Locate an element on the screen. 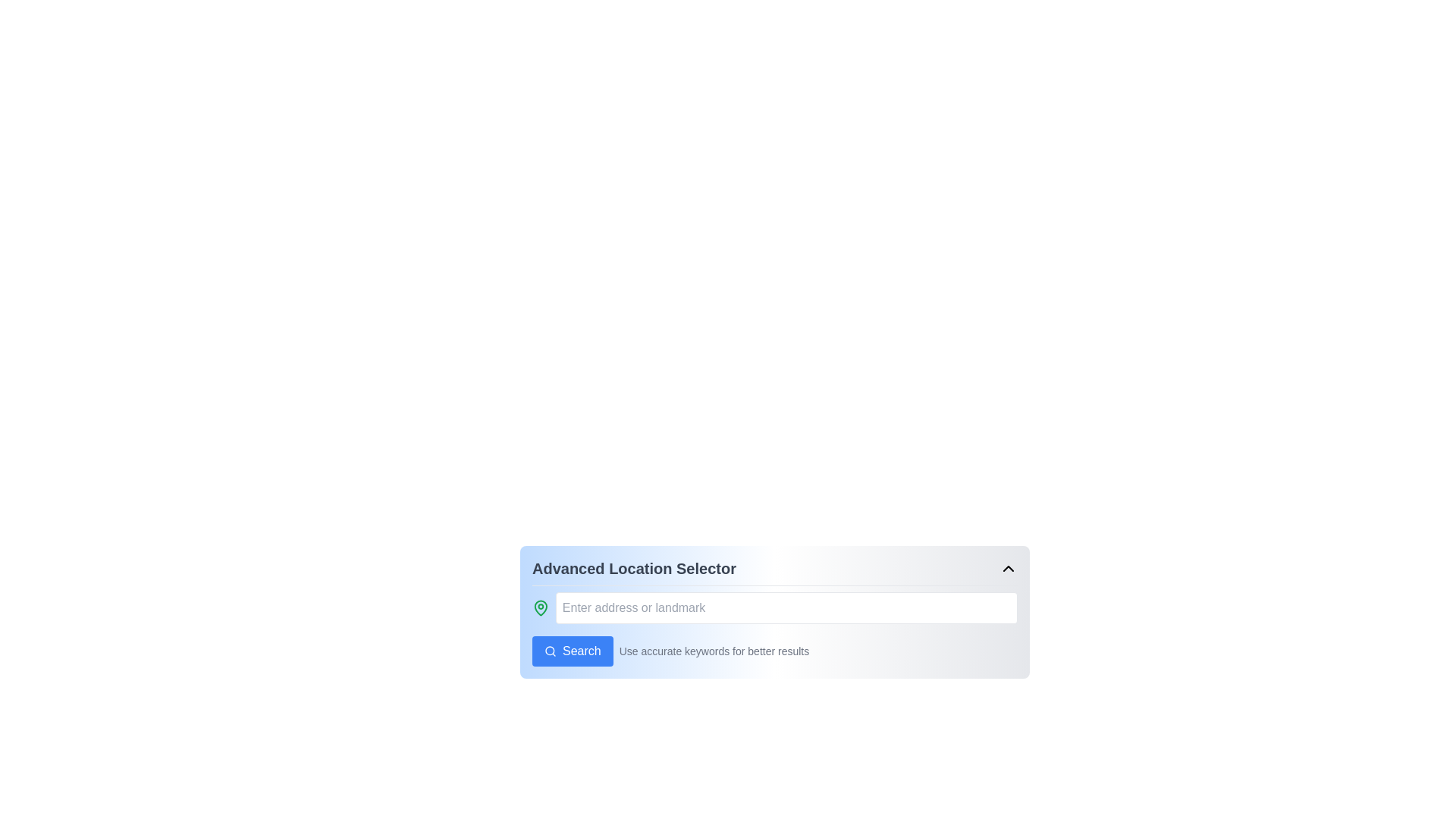 This screenshot has width=1456, height=819. the icon button located on the right-hand edge of the 'Advanced Location Selector' is located at coordinates (1008, 568).